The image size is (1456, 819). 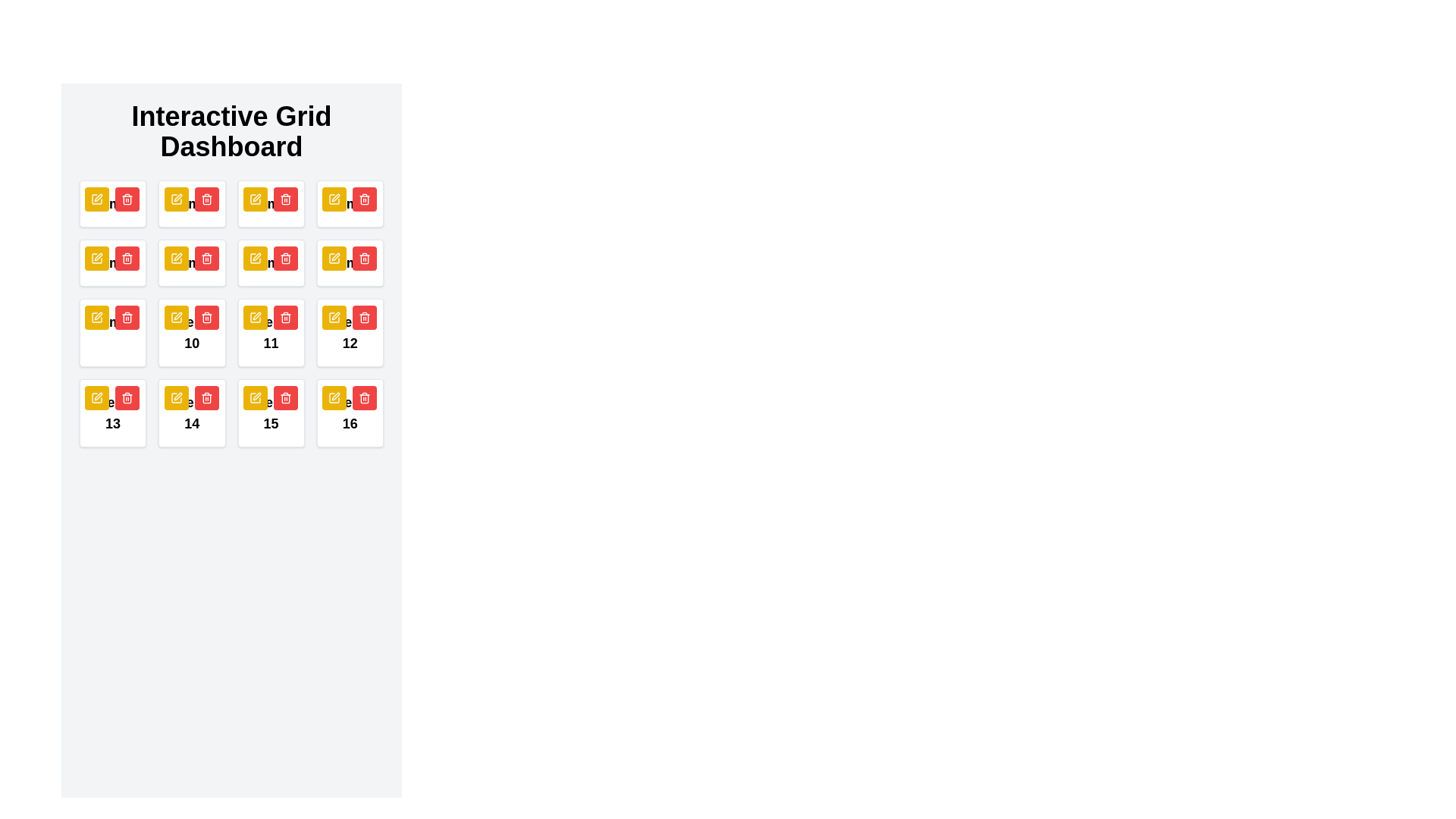 What do you see at coordinates (334, 396) in the screenshot?
I see `the editing icon located` at bounding box center [334, 396].